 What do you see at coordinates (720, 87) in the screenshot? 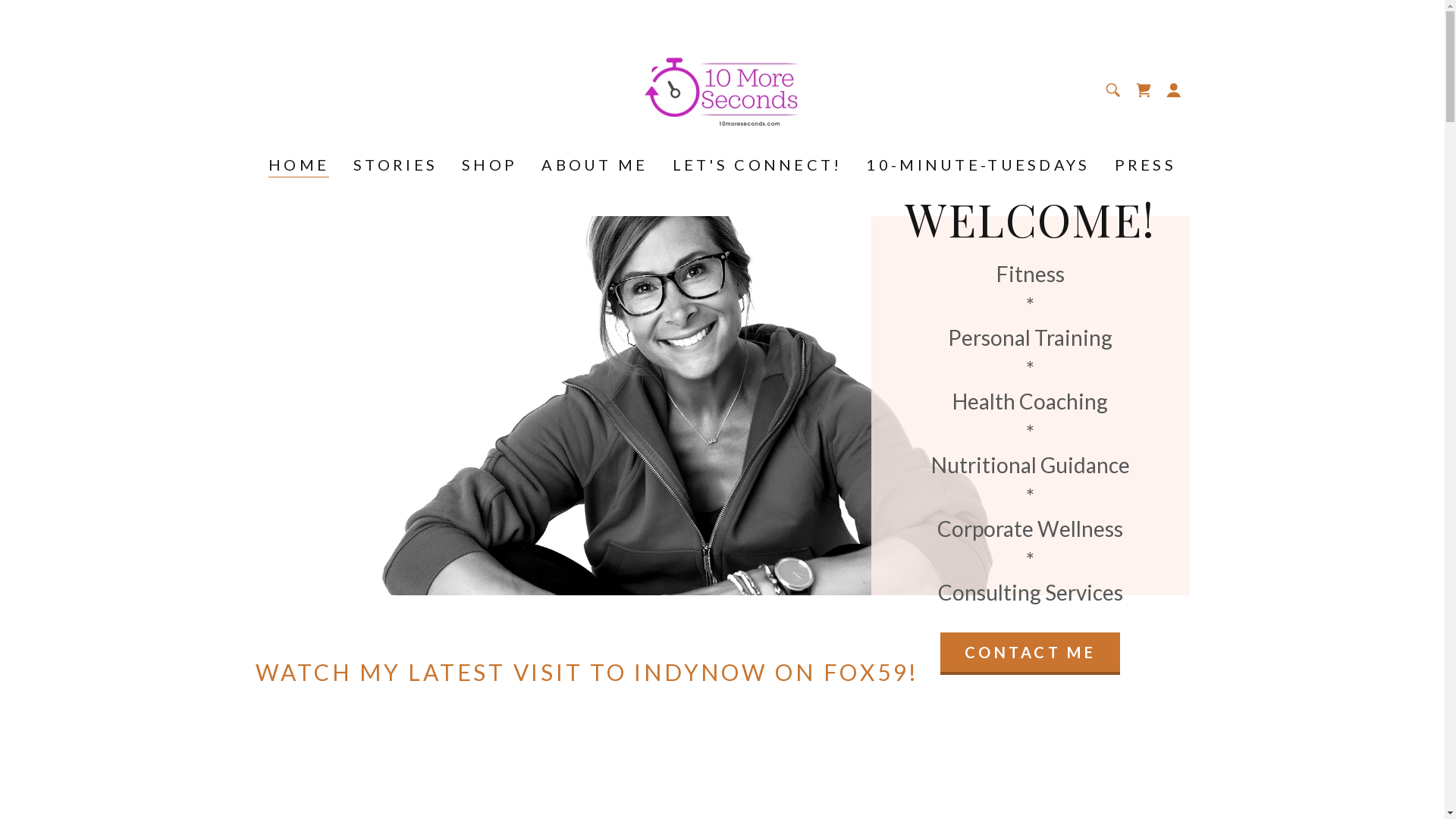
I see `'10MoreSeconds` at bounding box center [720, 87].